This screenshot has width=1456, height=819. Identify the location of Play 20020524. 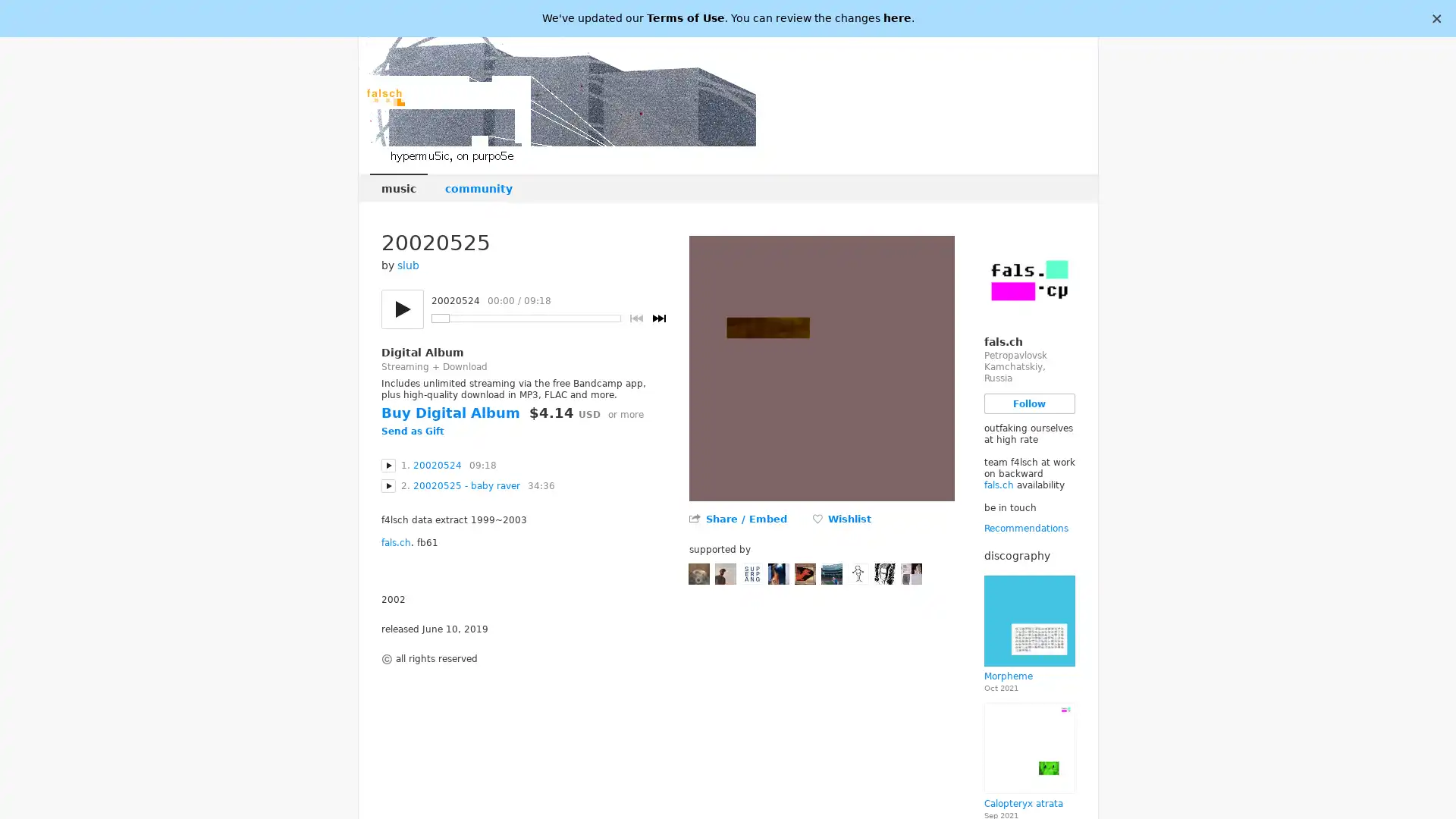
(388, 464).